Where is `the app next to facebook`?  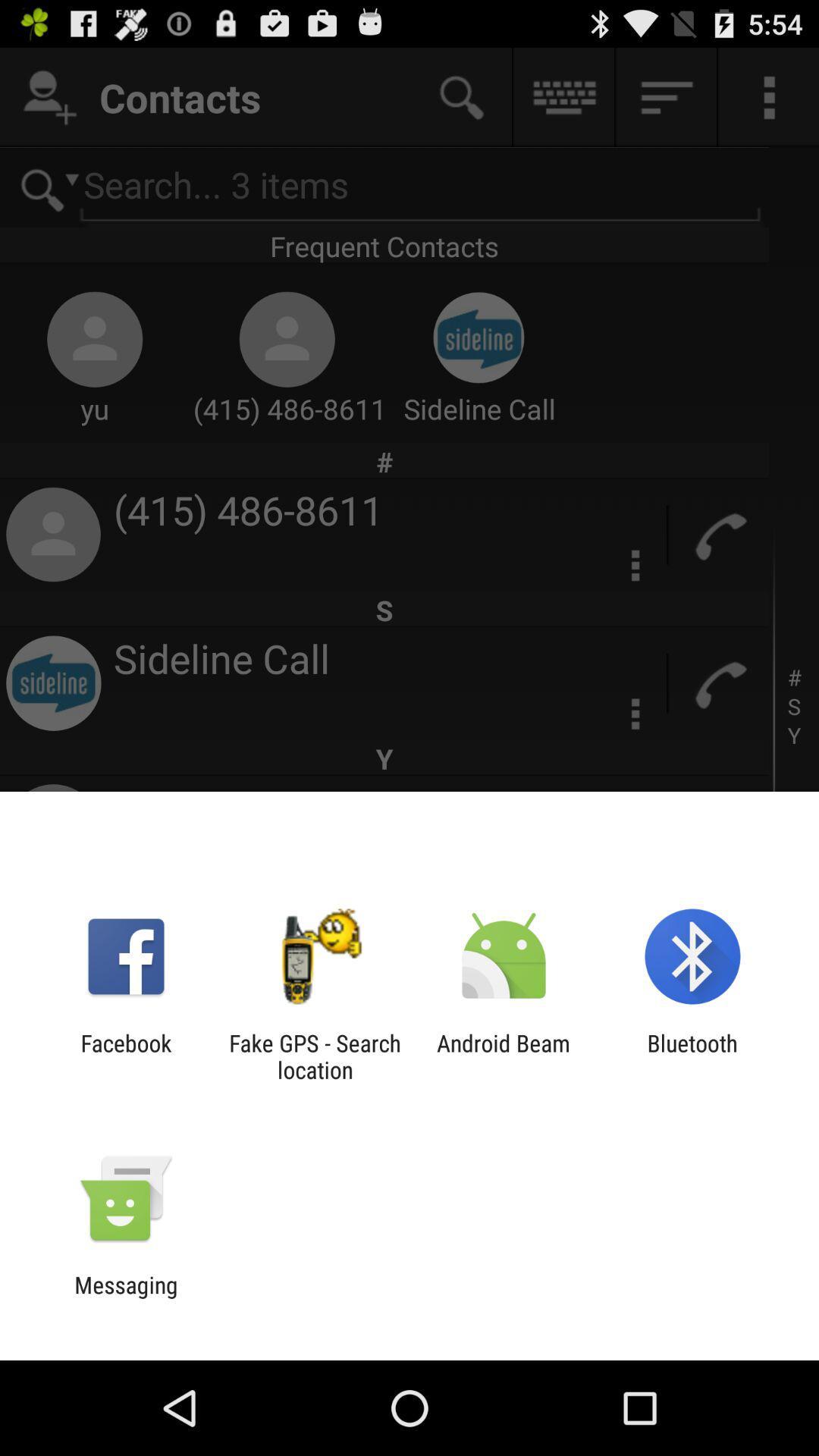 the app next to facebook is located at coordinates (314, 1056).